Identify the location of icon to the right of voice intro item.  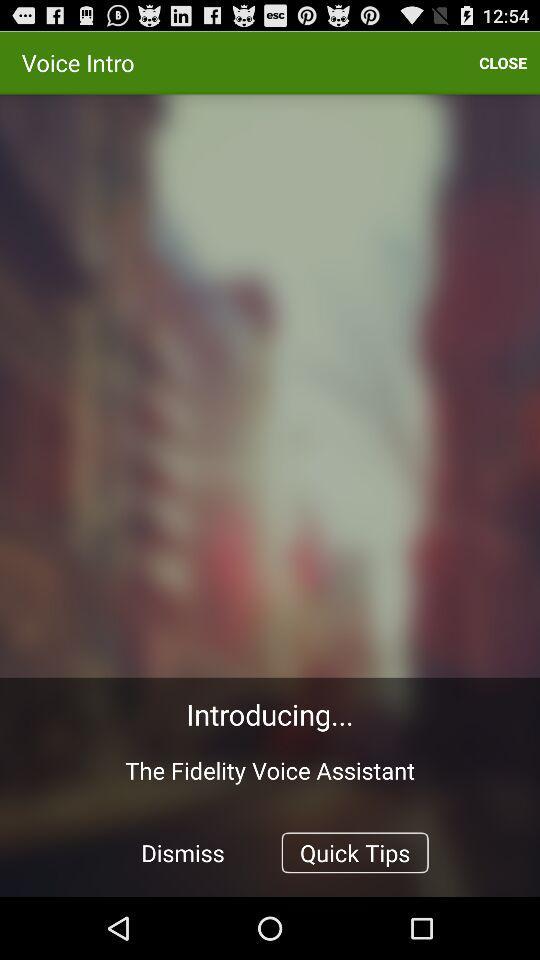
(502, 62).